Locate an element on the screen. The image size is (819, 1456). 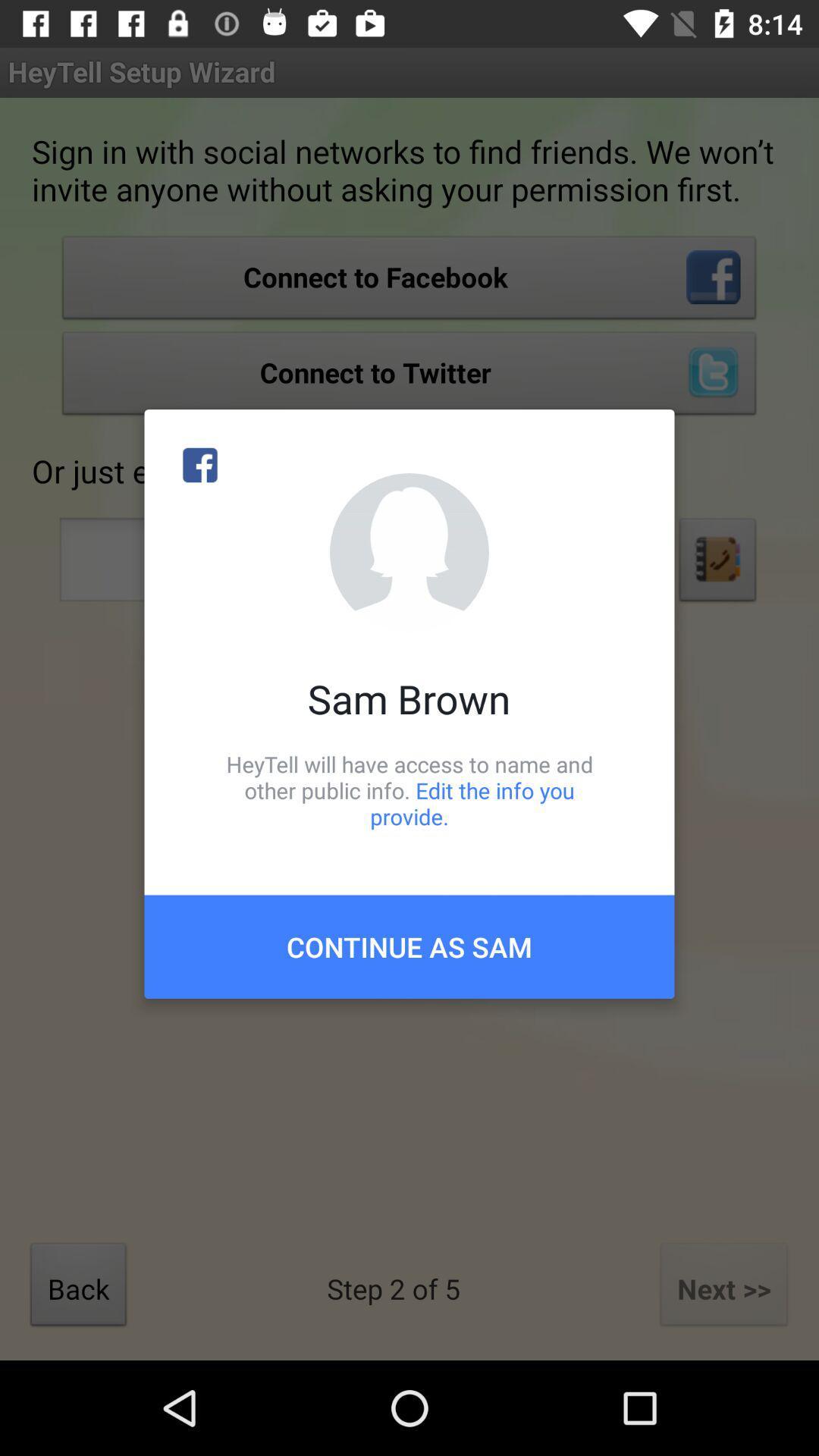
continue as sam item is located at coordinates (409, 946).